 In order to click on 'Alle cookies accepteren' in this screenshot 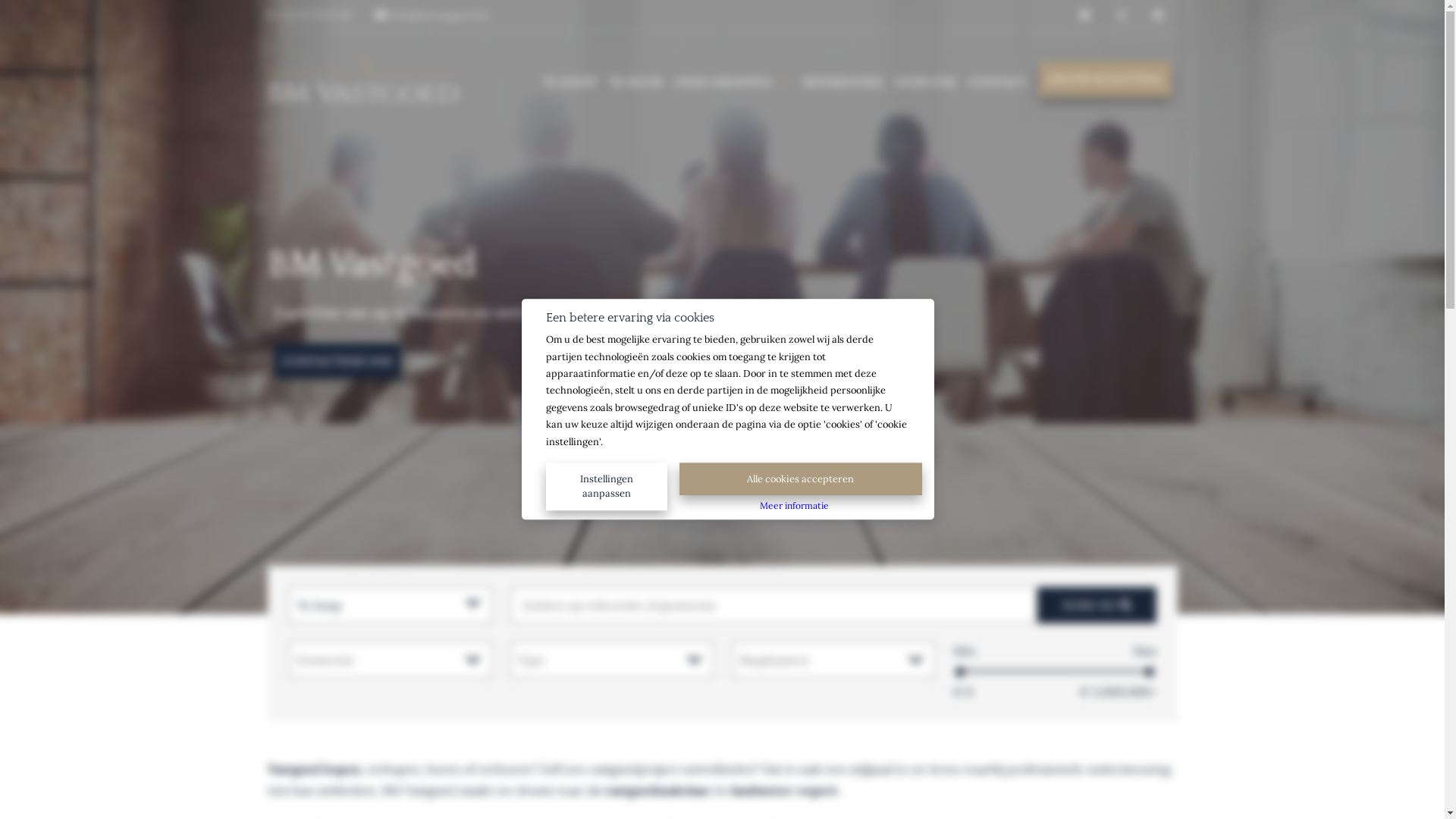, I will do `click(800, 479)`.